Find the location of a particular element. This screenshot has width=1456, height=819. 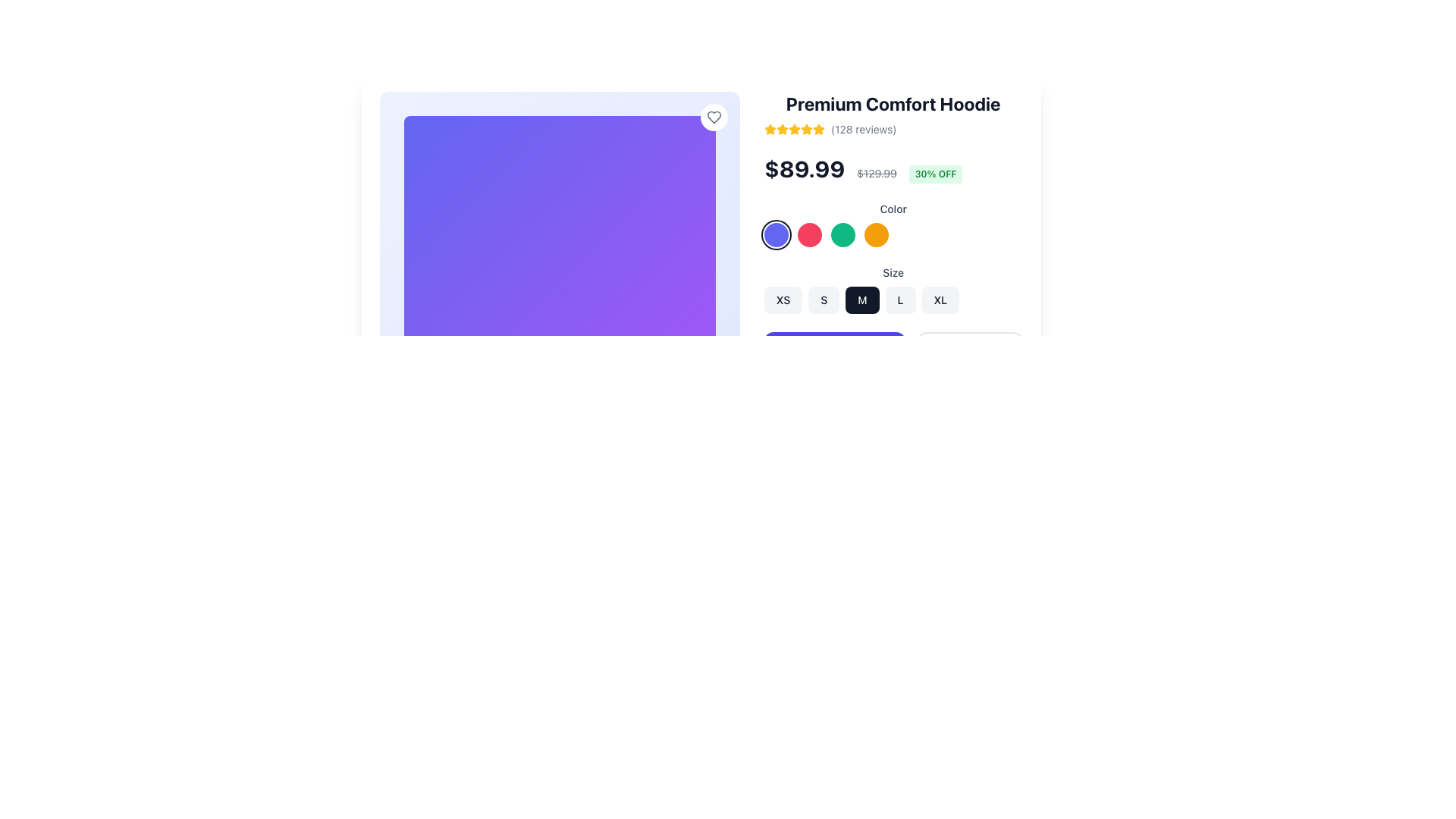

the Text and icons display that shows the product's average rating and total number of reviews located below the title 'Premium Comfort Hoodie' is located at coordinates (893, 128).